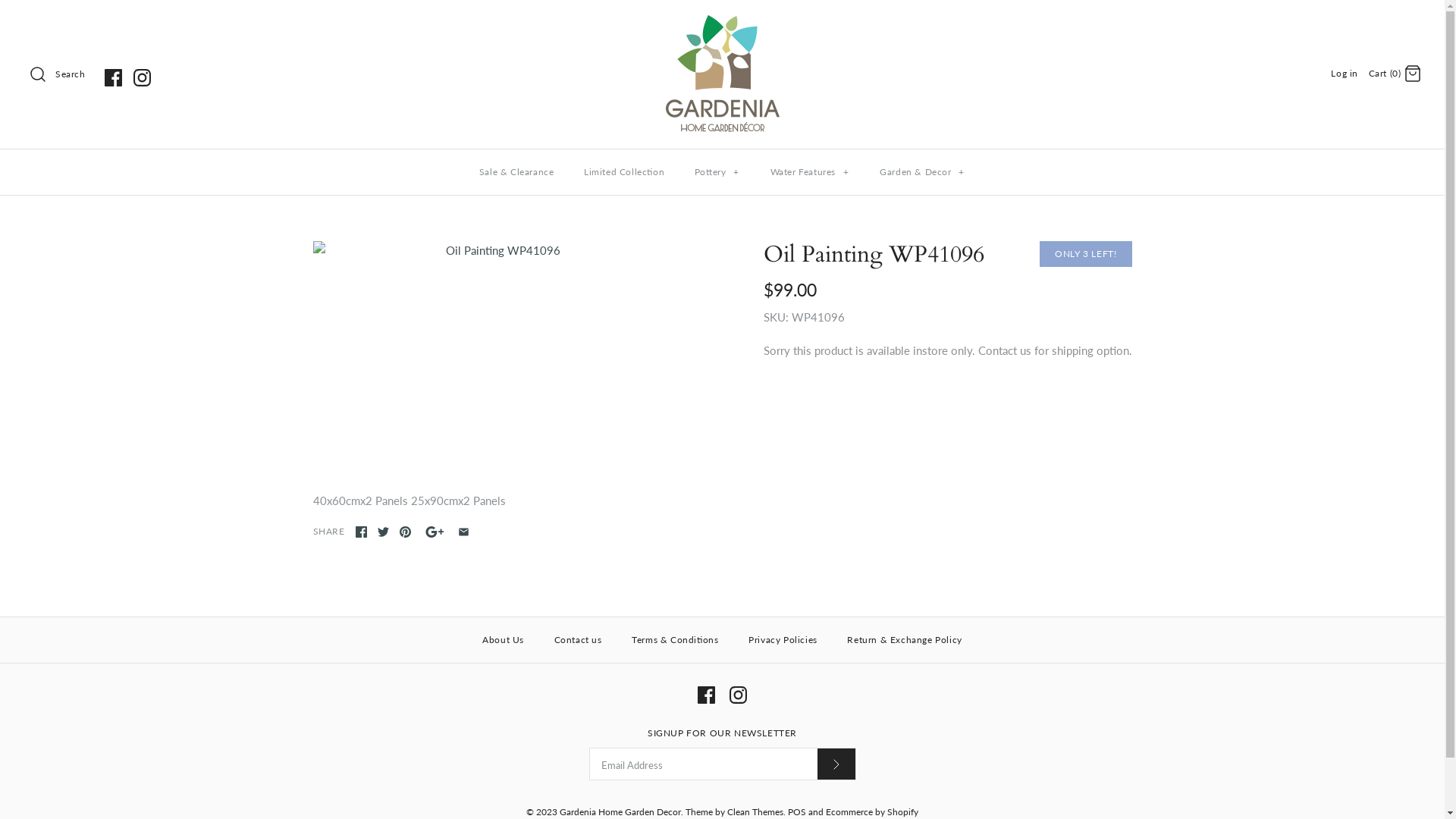  What do you see at coordinates (577, 640) in the screenshot?
I see `'Contact us'` at bounding box center [577, 640].